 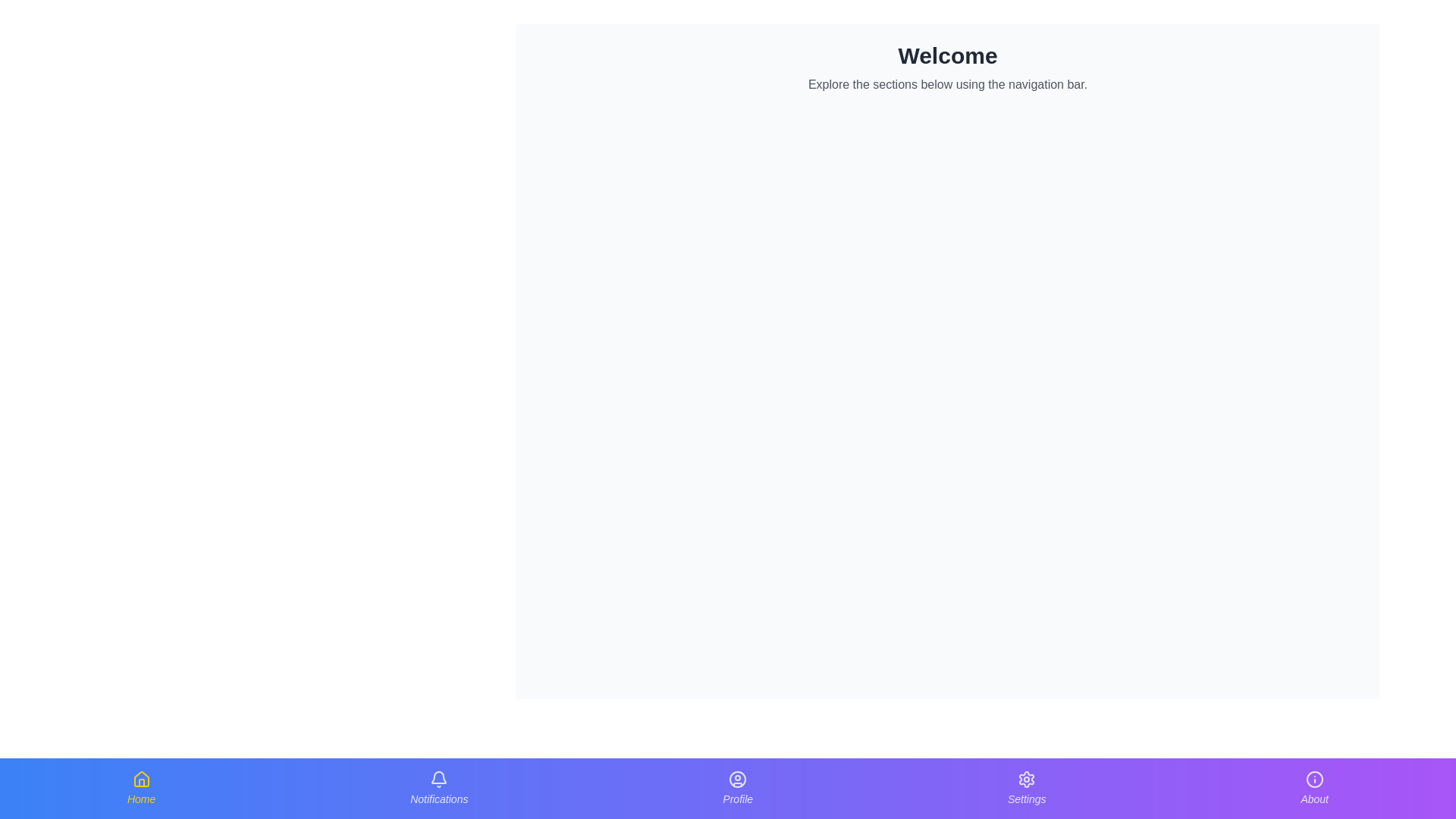 What do you see at coordinates (946, 84) in the screenshot?
I see `guidance text label located below the 'Welcome' text, which provides navigation instructions` at bounding box center [946, 84].